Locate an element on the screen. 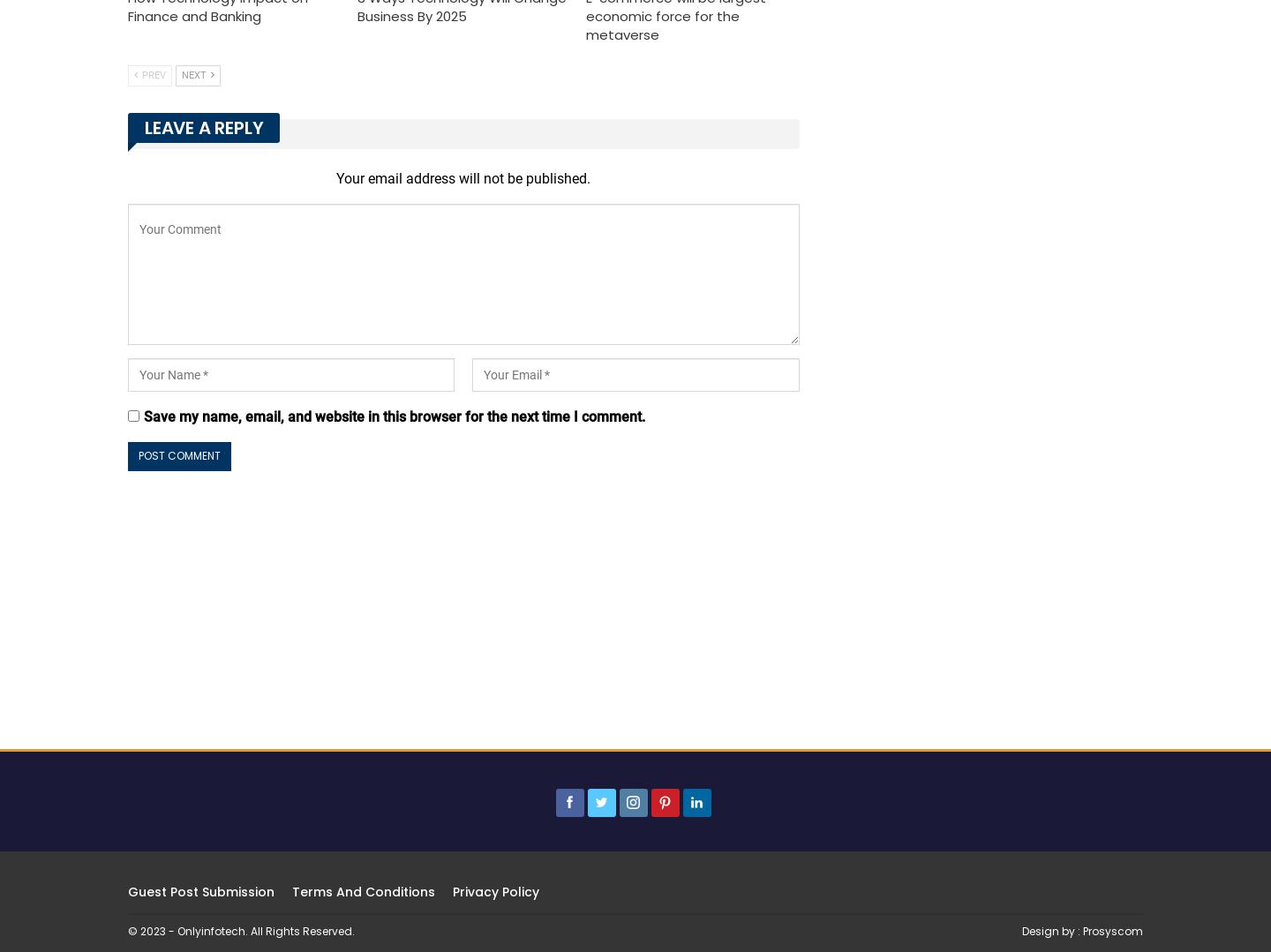  'Design by :' is located at coordinates (1052, 929).